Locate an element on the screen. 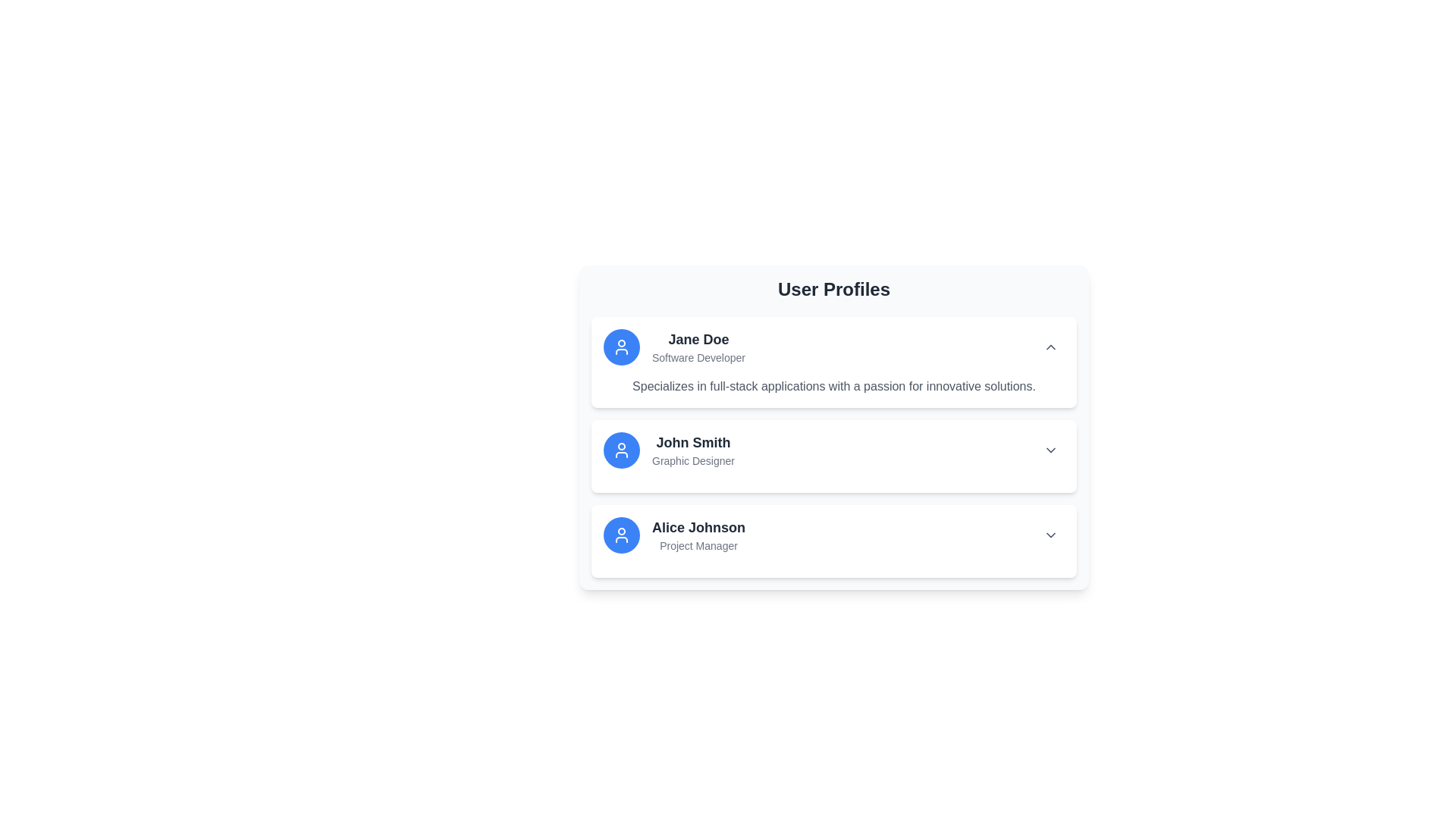 This screenshot has height=819, width=1456. the upward-pointing chevron icon located in the top-right corner of the first profile card in the 'User Profiles' section, adjacent to the name 'Jane Doe' is located at coordinates (1050, 347).